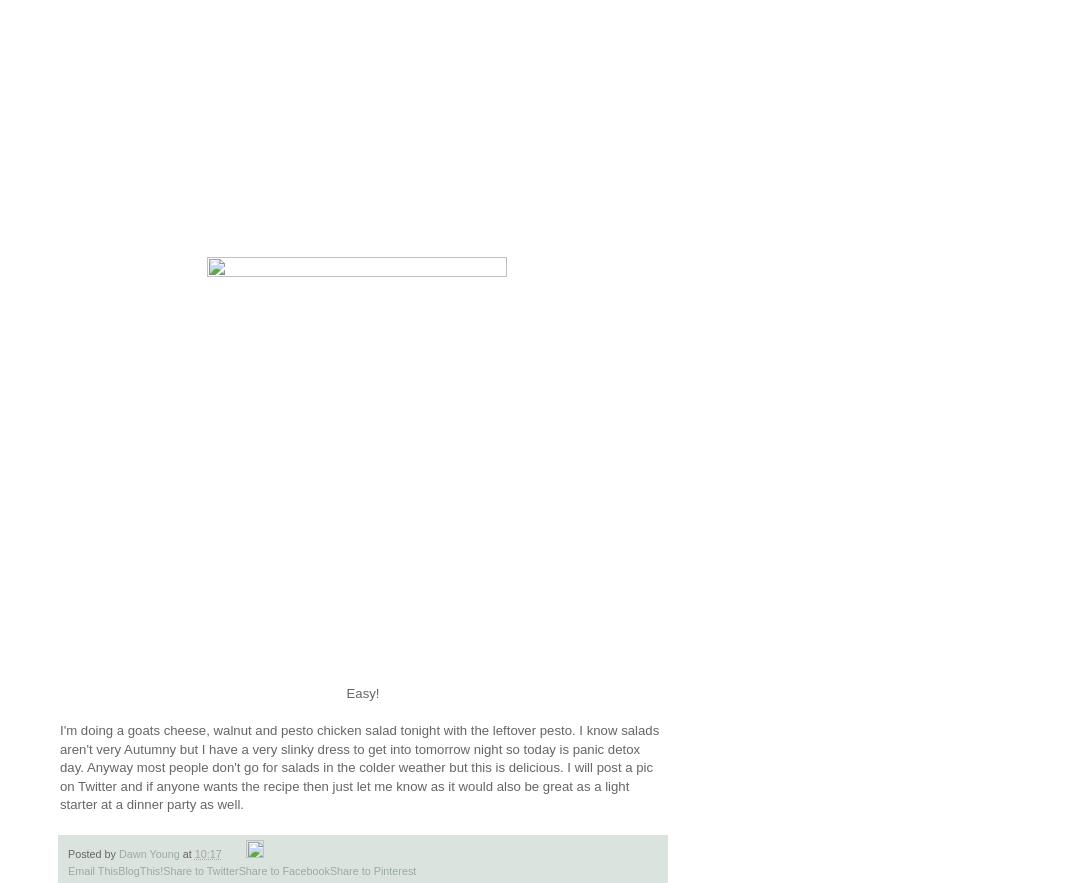 The width and height of the screenshot is (1068, 883). Describe the element at coordinates (200, 869) in the screenshot. I see `'Share to Twitter'` at that location.